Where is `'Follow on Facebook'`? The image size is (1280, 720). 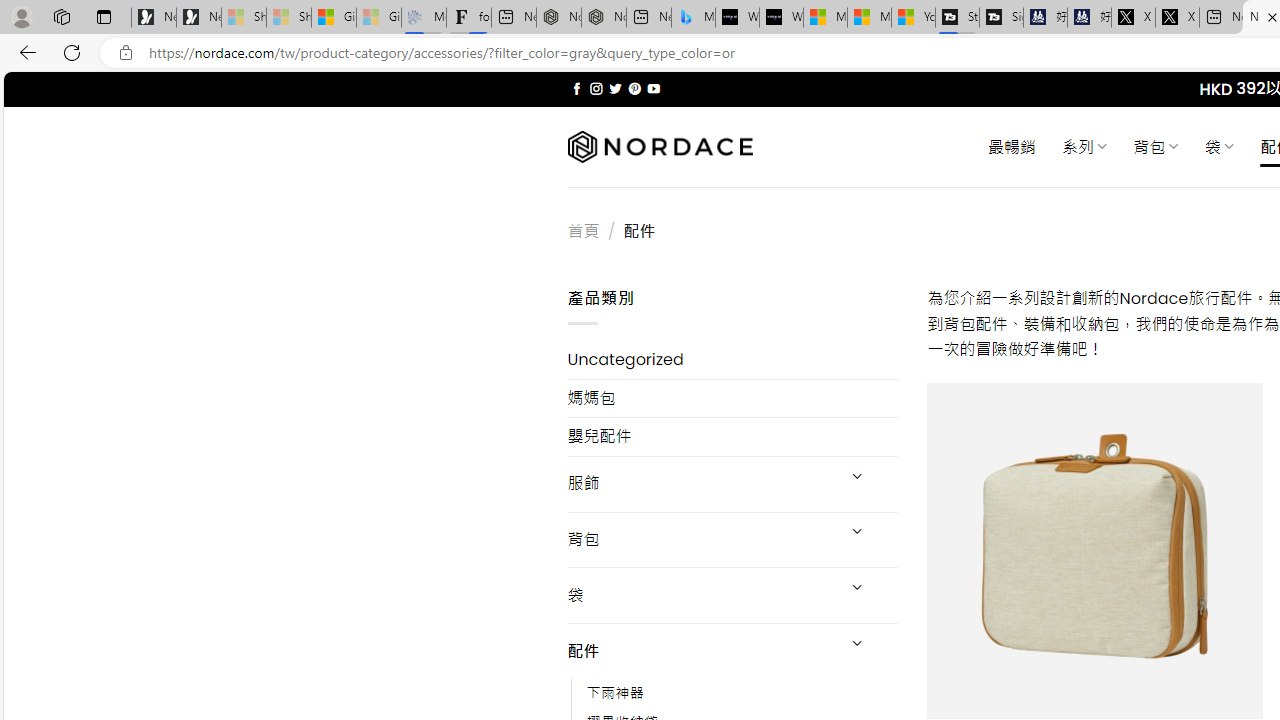 'Follow on Facebook' is located at coordinates (576, 88).